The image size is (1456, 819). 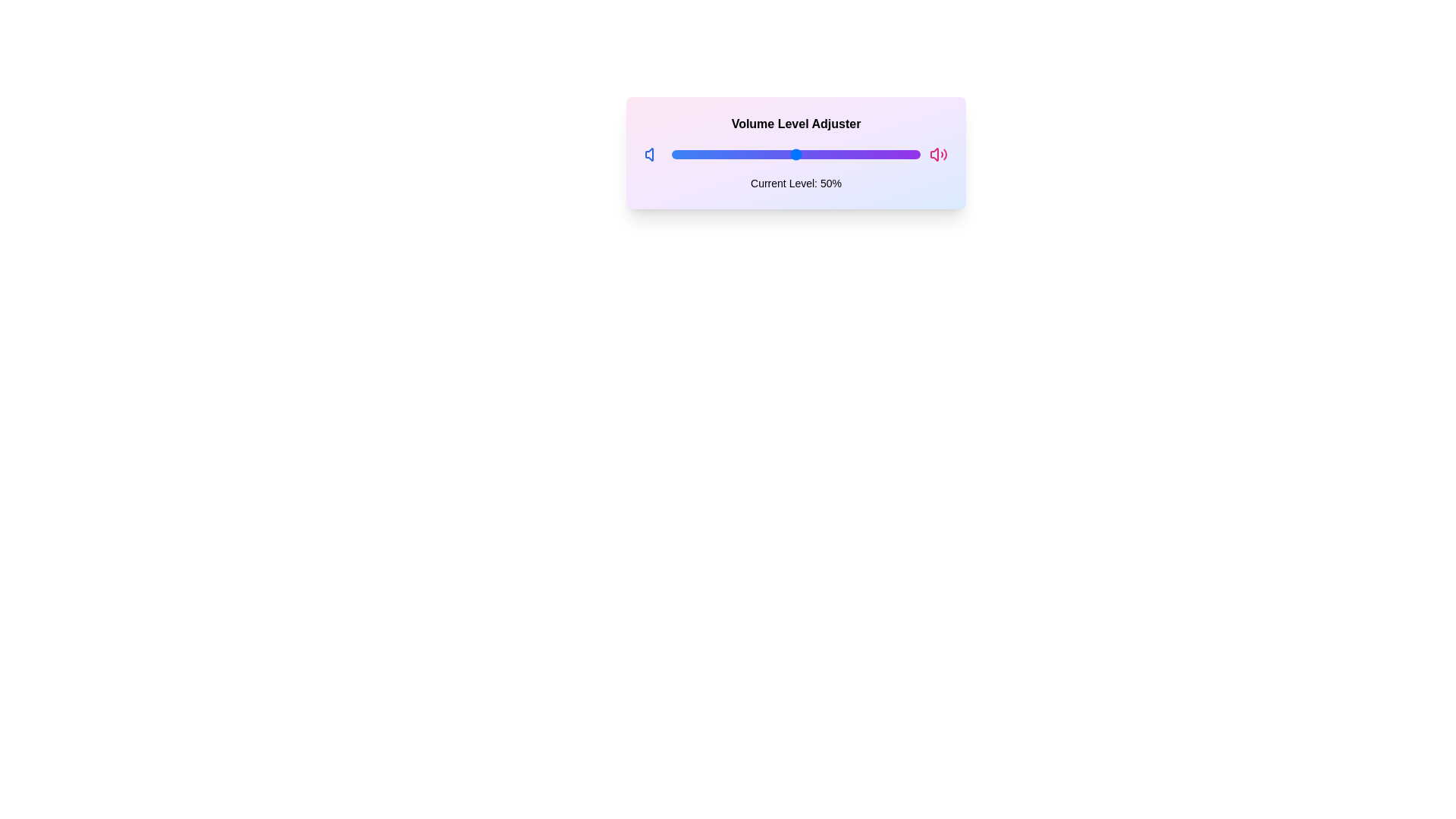 What do you see at coordinates (654, 155) in the screenshot?
I see `the left volume icon to decrease the volume` at bounding box center [654, 155].